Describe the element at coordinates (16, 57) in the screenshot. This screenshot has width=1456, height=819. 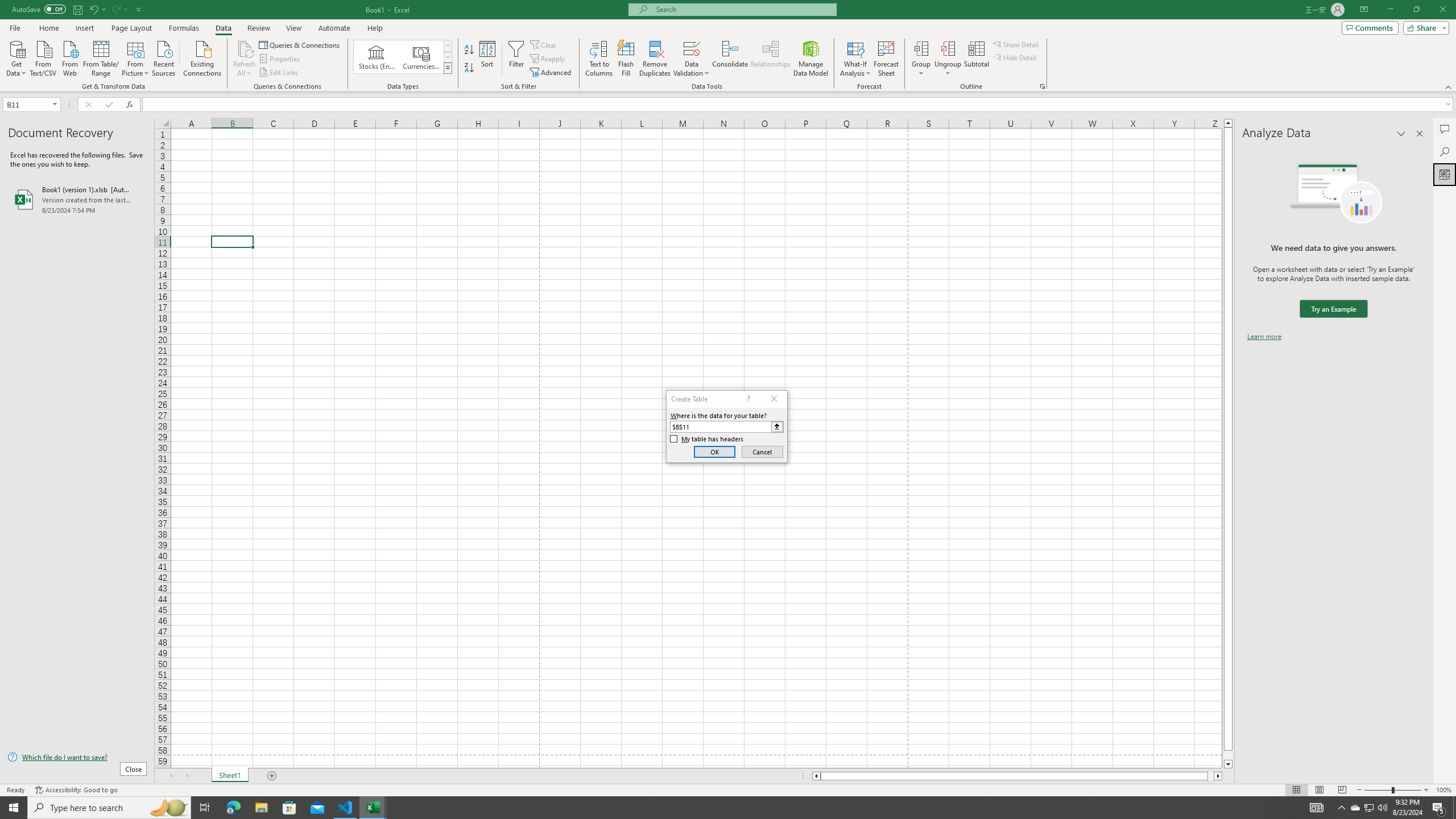
I see `'Get Data'` at that location.